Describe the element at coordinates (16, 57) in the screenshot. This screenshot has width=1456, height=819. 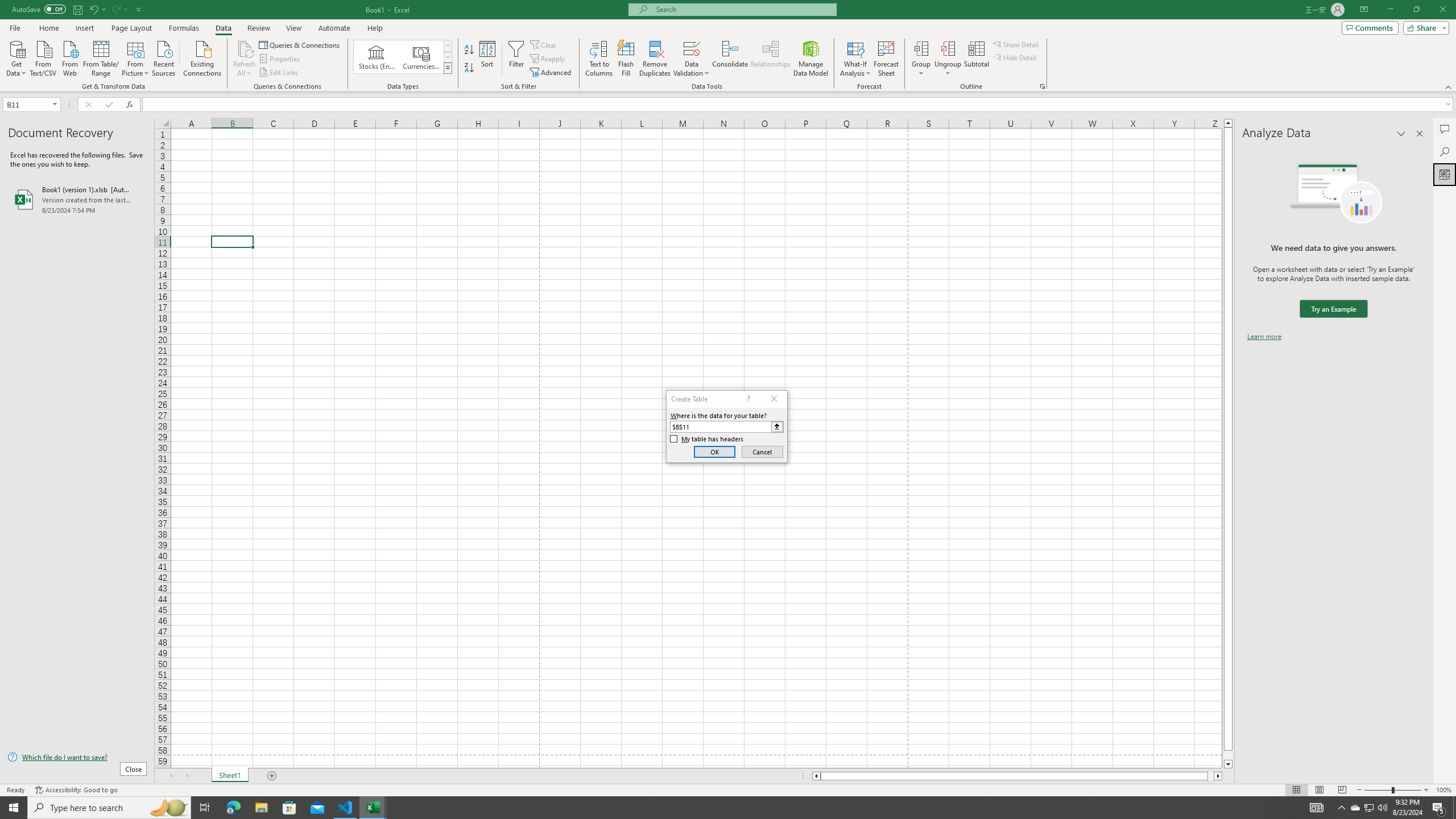
I see `'Get Data'` at that location.